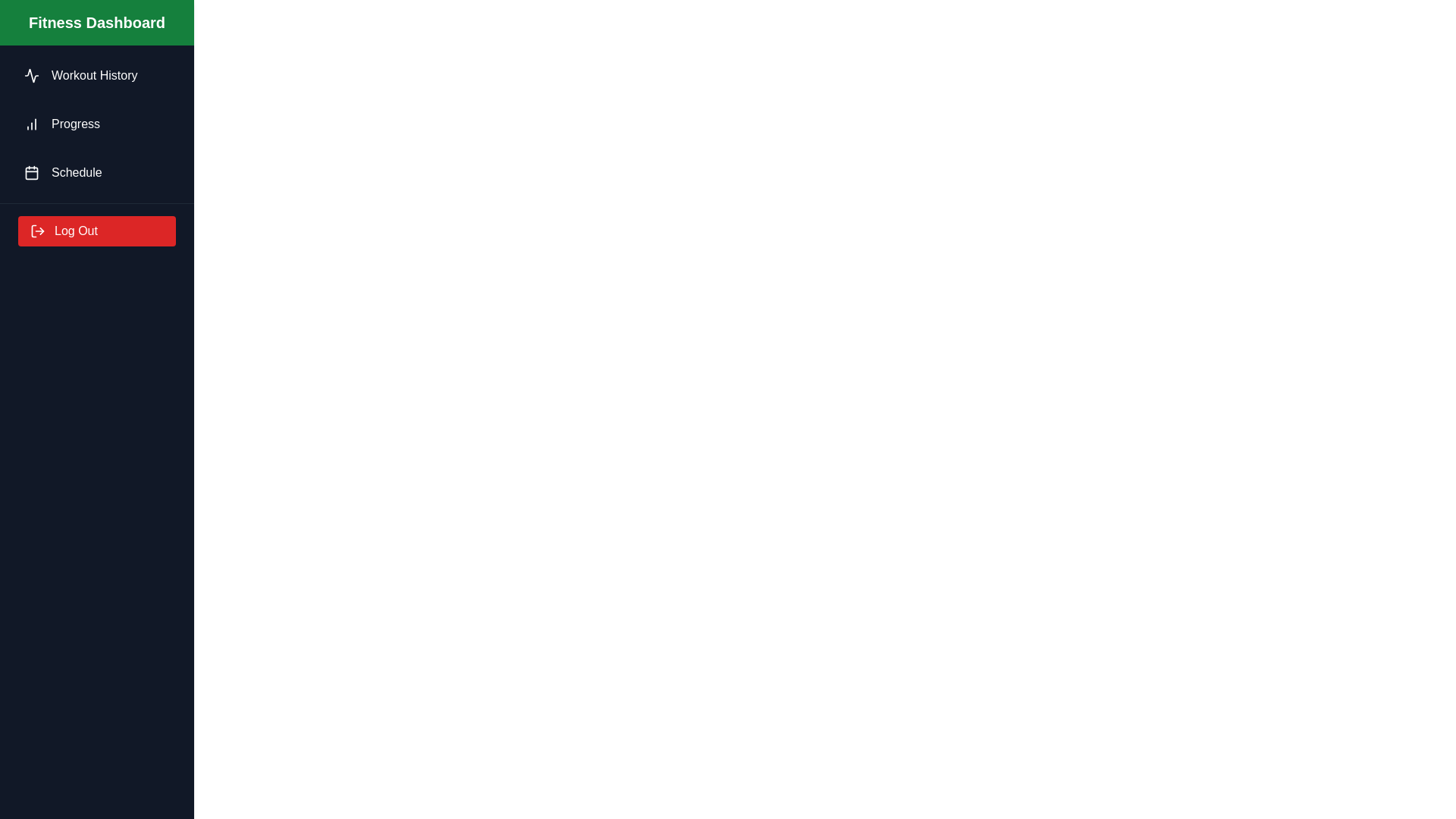  I want to click on the 'Workout History' icon located in the sidebar, so click(32, 76).